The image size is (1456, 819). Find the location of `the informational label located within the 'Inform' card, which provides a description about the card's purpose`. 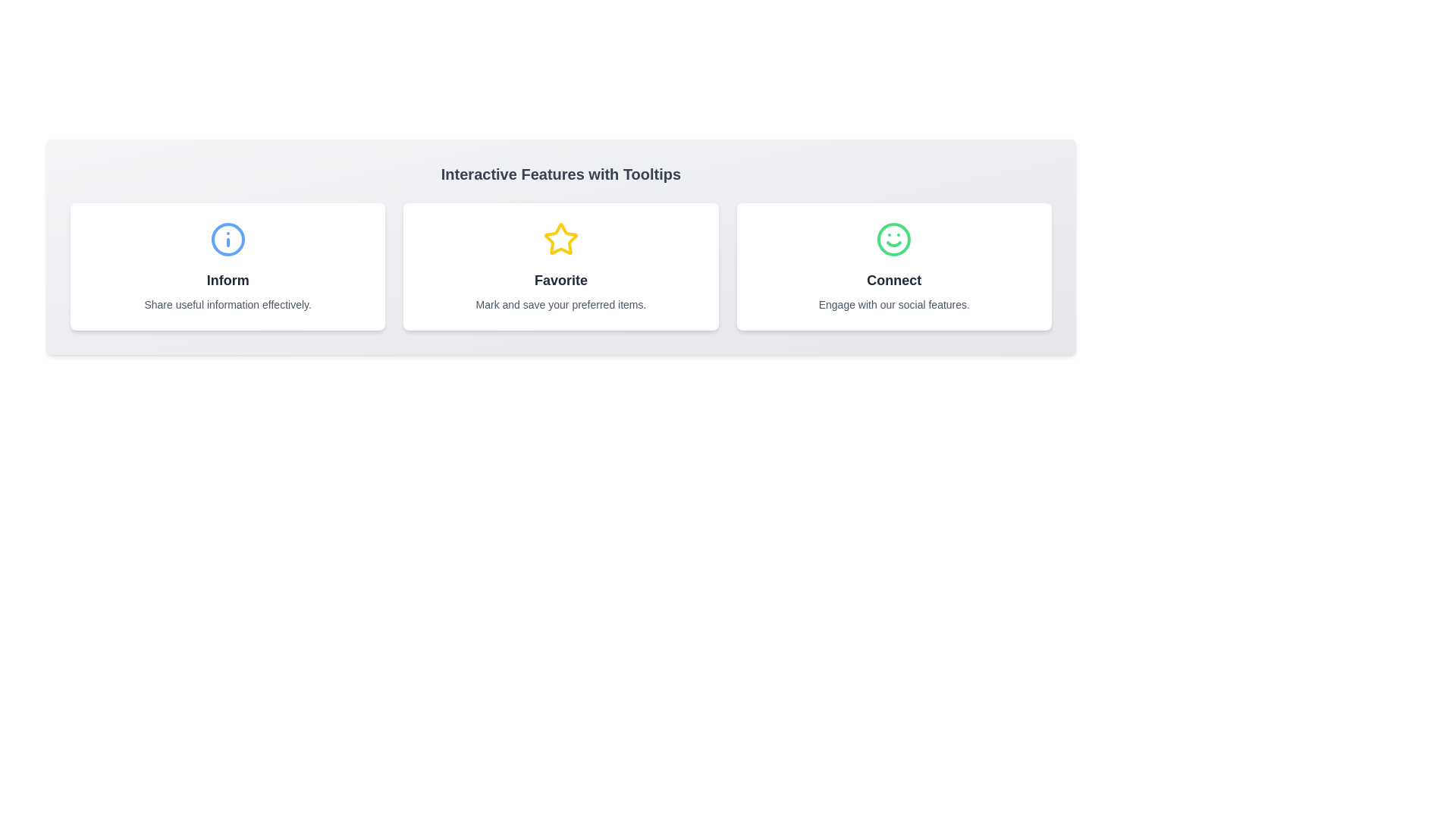

the informational label located within the 'Inform' card, which provides a description about the card's purpose is located at coordinates (227, 304).